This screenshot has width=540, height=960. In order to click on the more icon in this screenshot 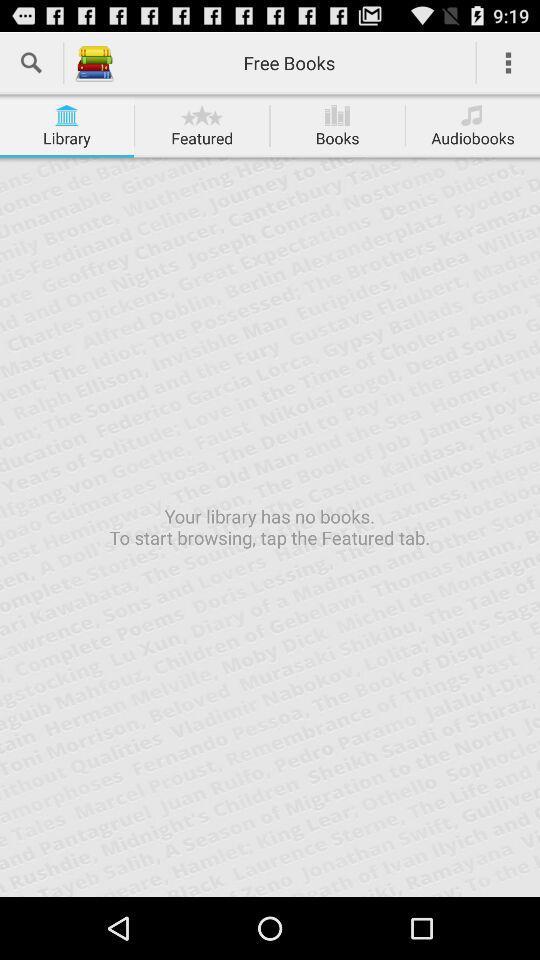, I will do `click(508, 67)`.